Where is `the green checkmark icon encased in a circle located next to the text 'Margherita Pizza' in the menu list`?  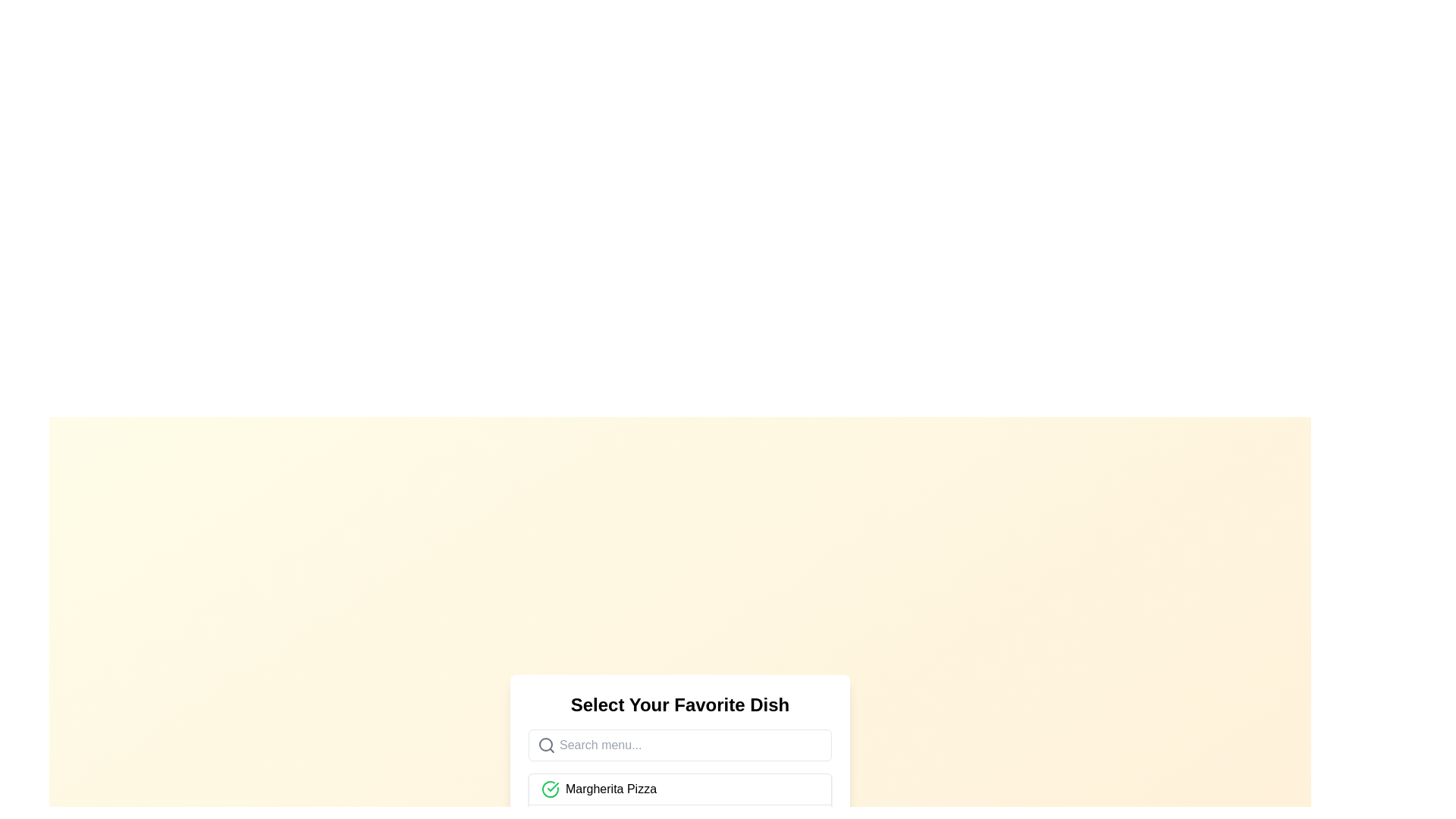 the green checkmark icon encased in a circle located next to the text 'Margherita Pizza' in the menu list is located at coordinates (549, 788).